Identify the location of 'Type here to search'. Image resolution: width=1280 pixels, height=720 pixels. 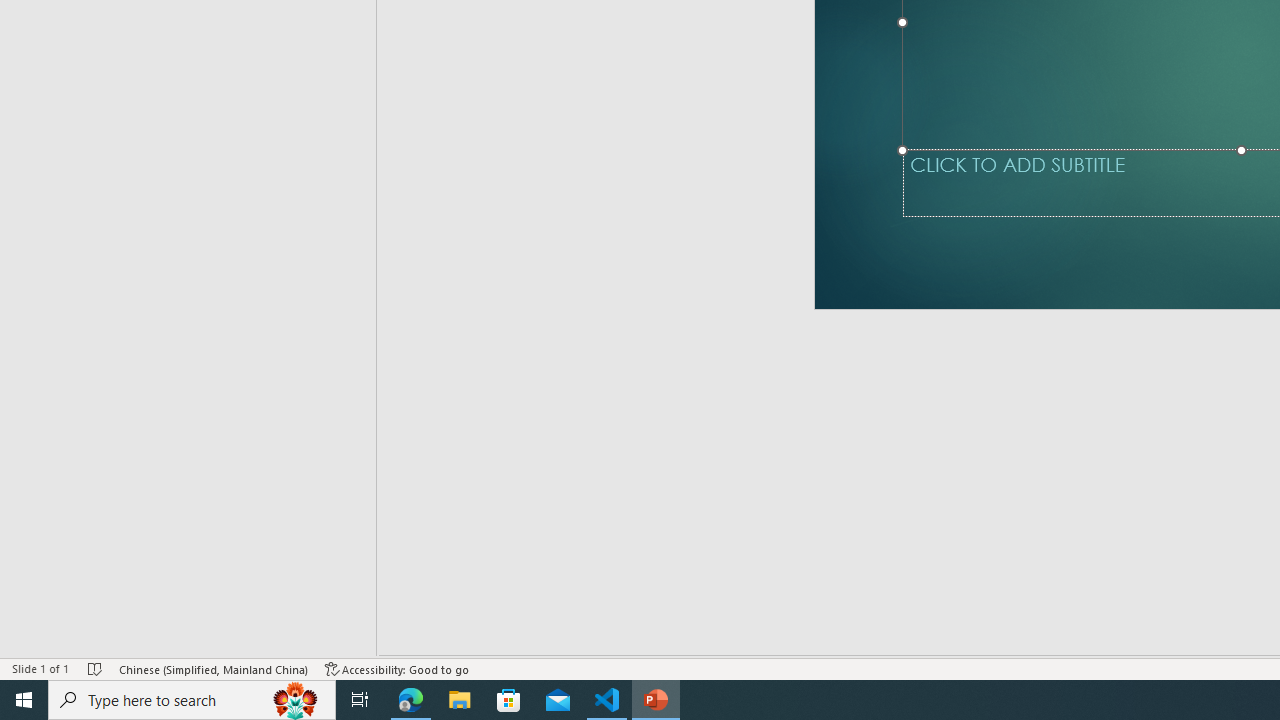
(192, 698).